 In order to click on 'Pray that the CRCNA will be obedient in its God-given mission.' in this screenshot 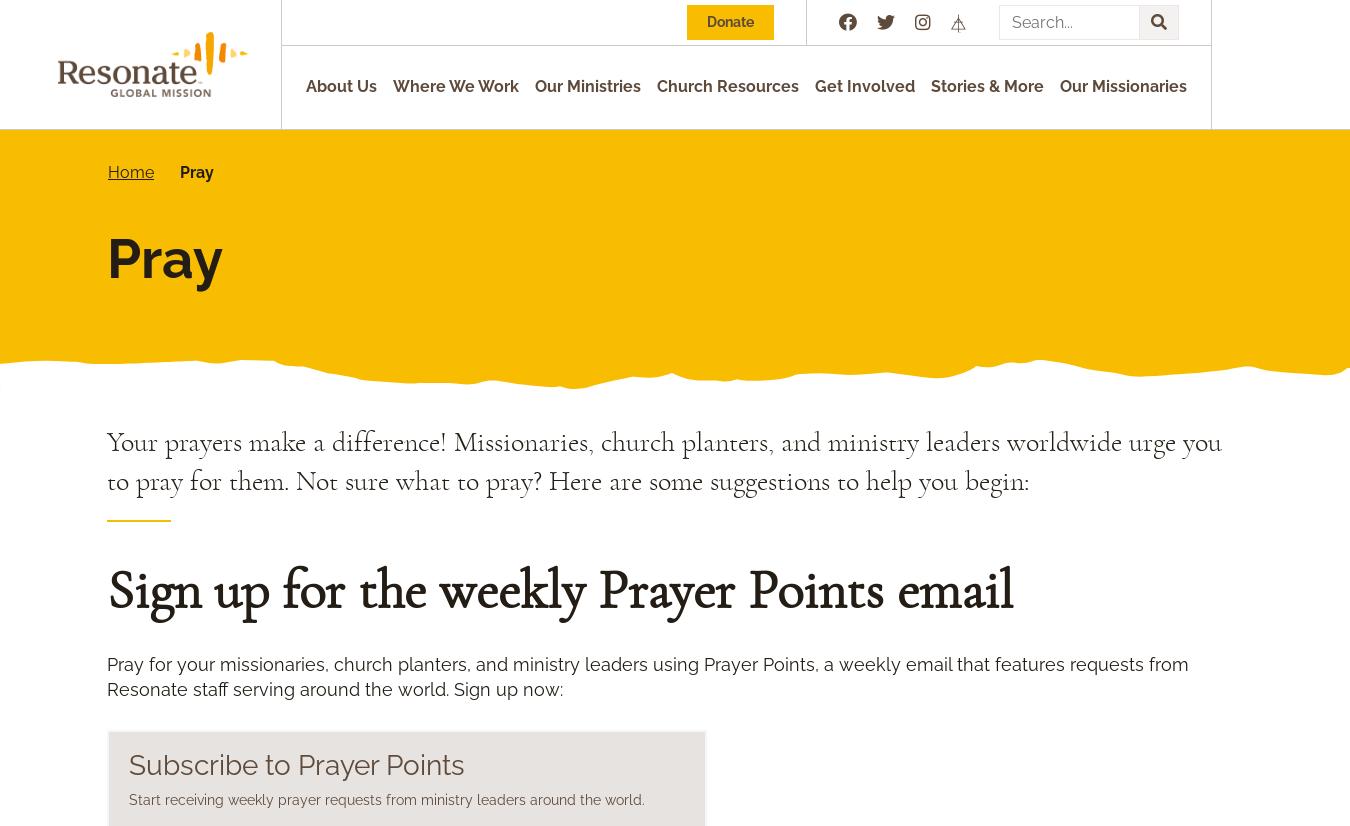, I will do `click(429, 711)`.